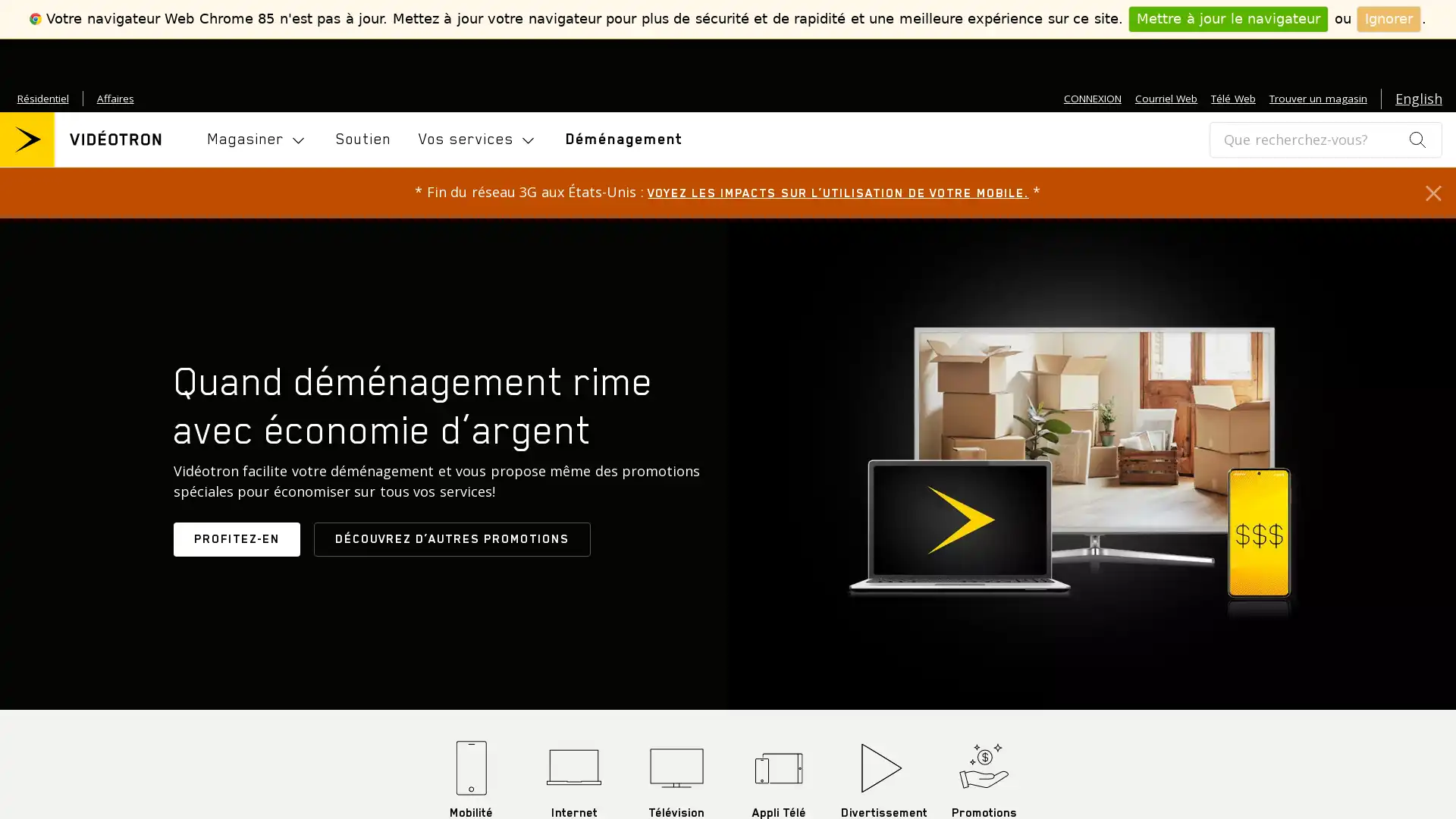  What do you see at coordinates (1416, 139) in the screenshot?
I see `search` at bounding box center [1416, 139].